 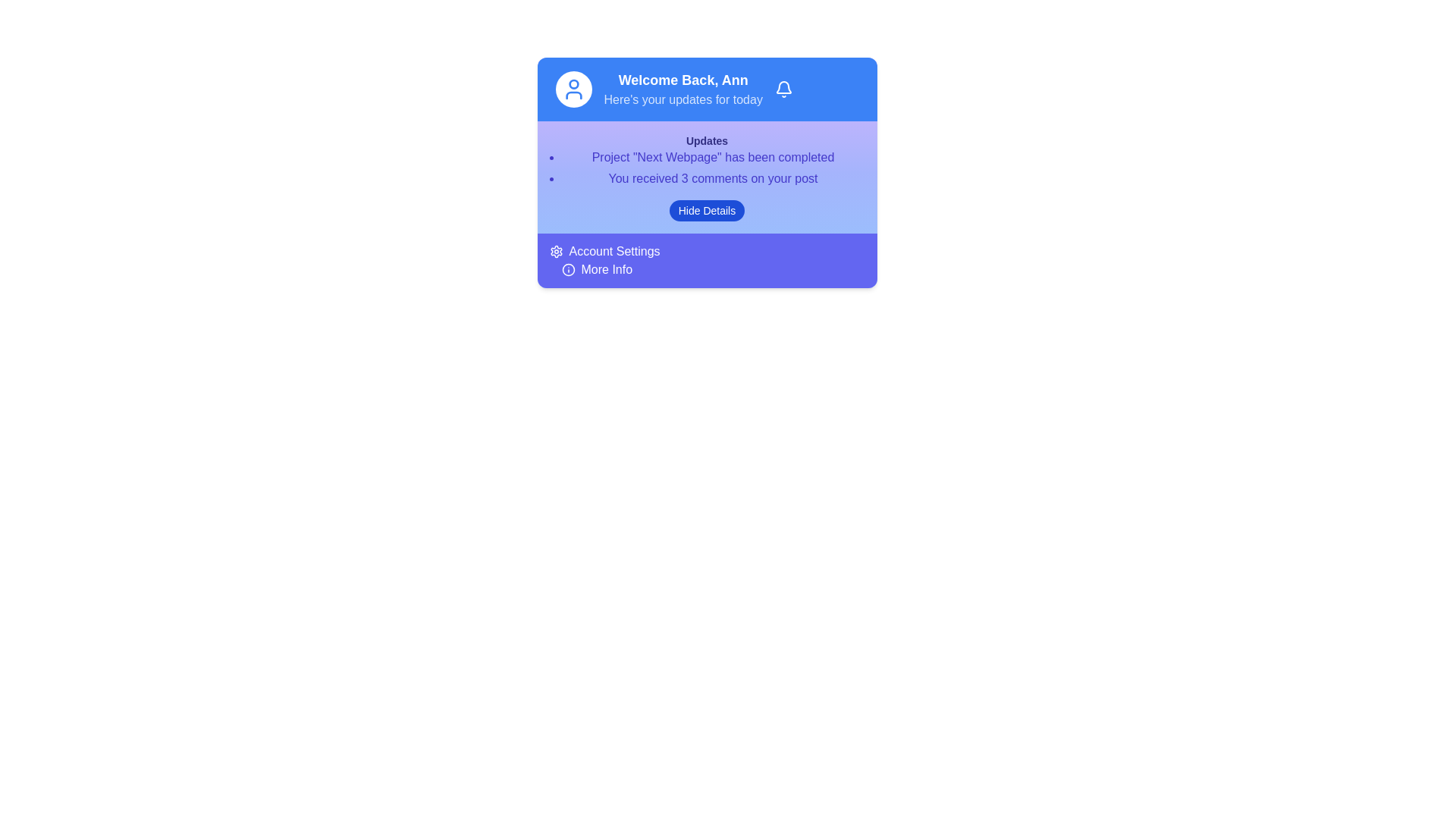 What do you see at coordinates (555, 250) in the screenshot?
I see `the cogwheel-shaped icon with a purple background` at bounding box center [555, 250].